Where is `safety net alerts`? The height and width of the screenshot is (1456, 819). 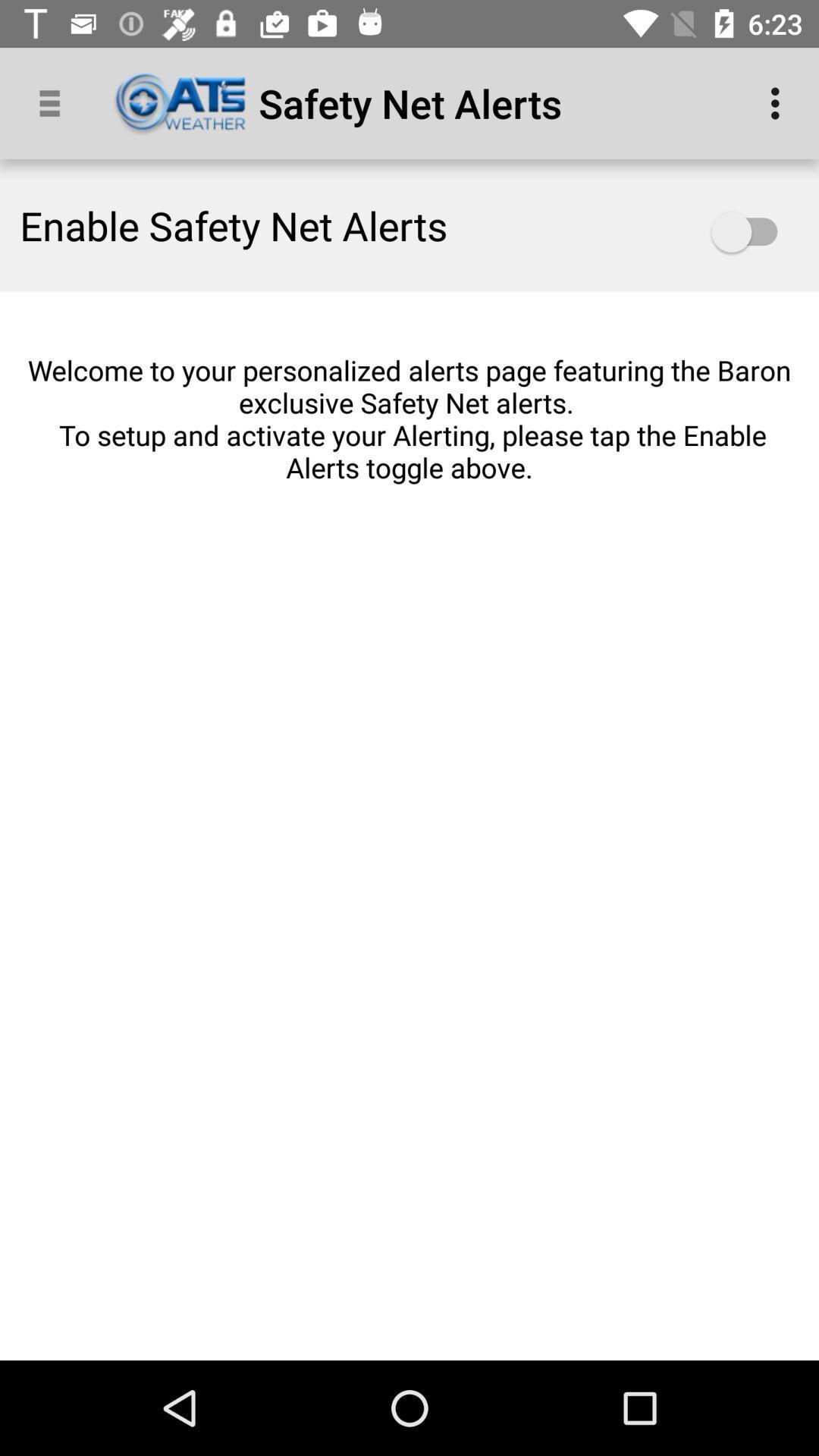
safety net alerts is located at coordinates (752, 231).